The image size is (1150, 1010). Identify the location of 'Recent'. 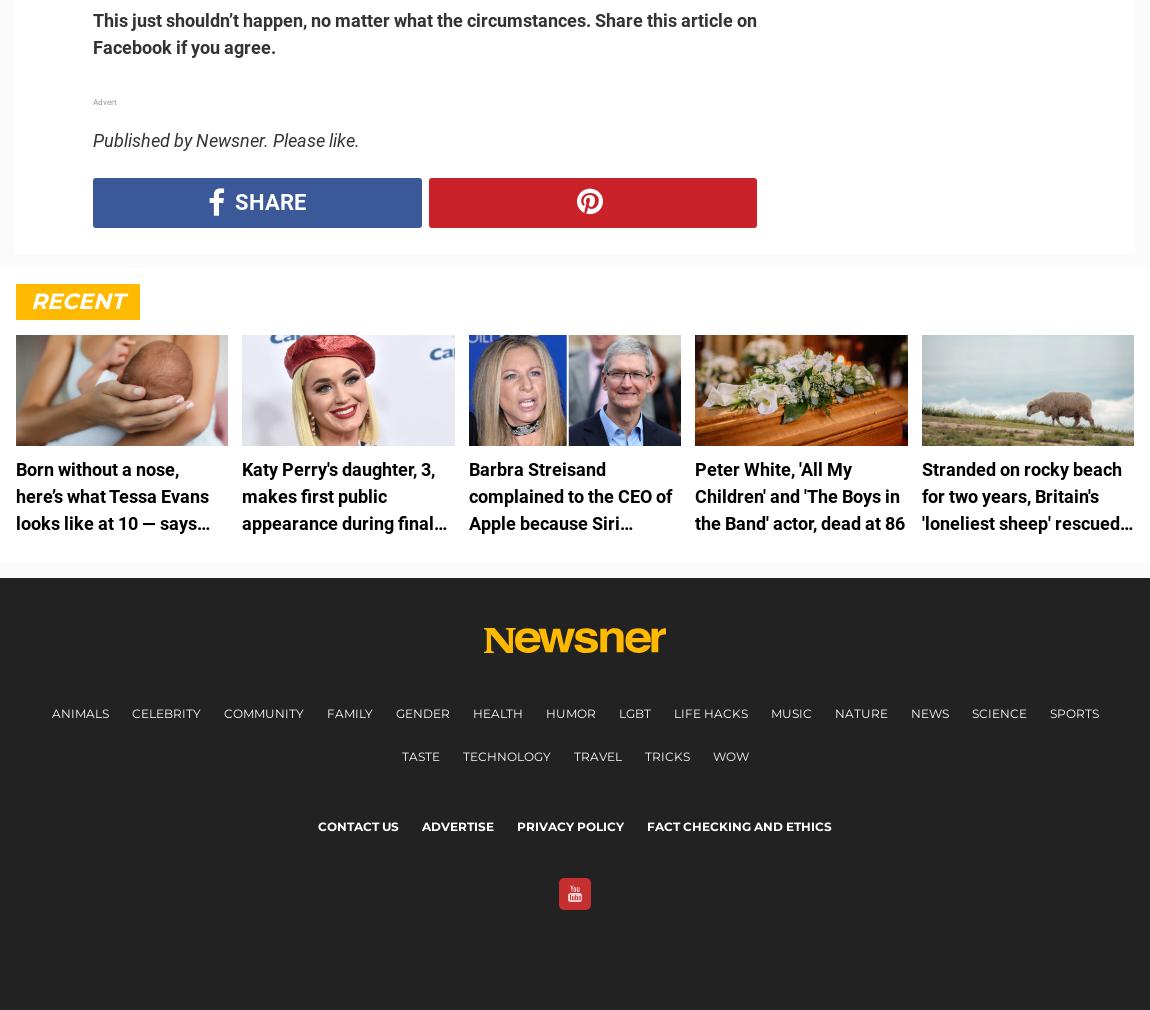
(76, 300).